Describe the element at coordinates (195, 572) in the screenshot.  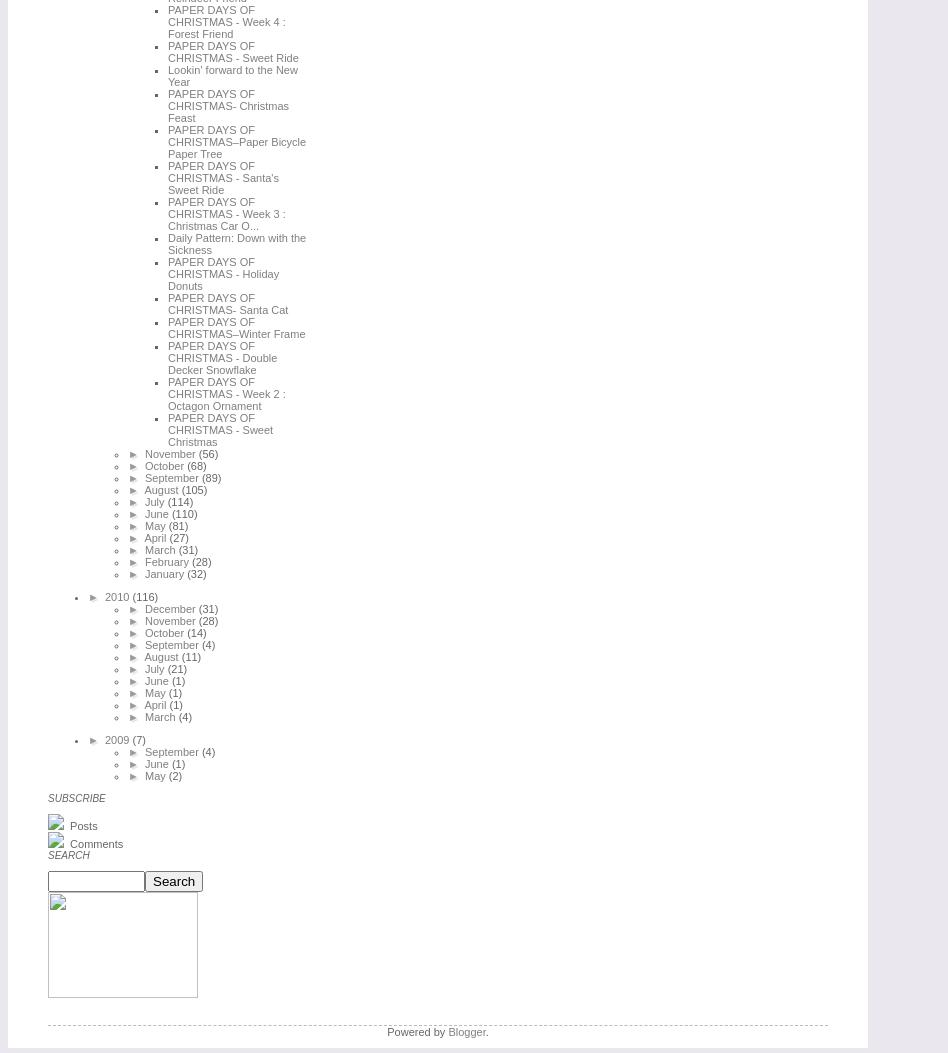
I see `'(32)'` at that location.